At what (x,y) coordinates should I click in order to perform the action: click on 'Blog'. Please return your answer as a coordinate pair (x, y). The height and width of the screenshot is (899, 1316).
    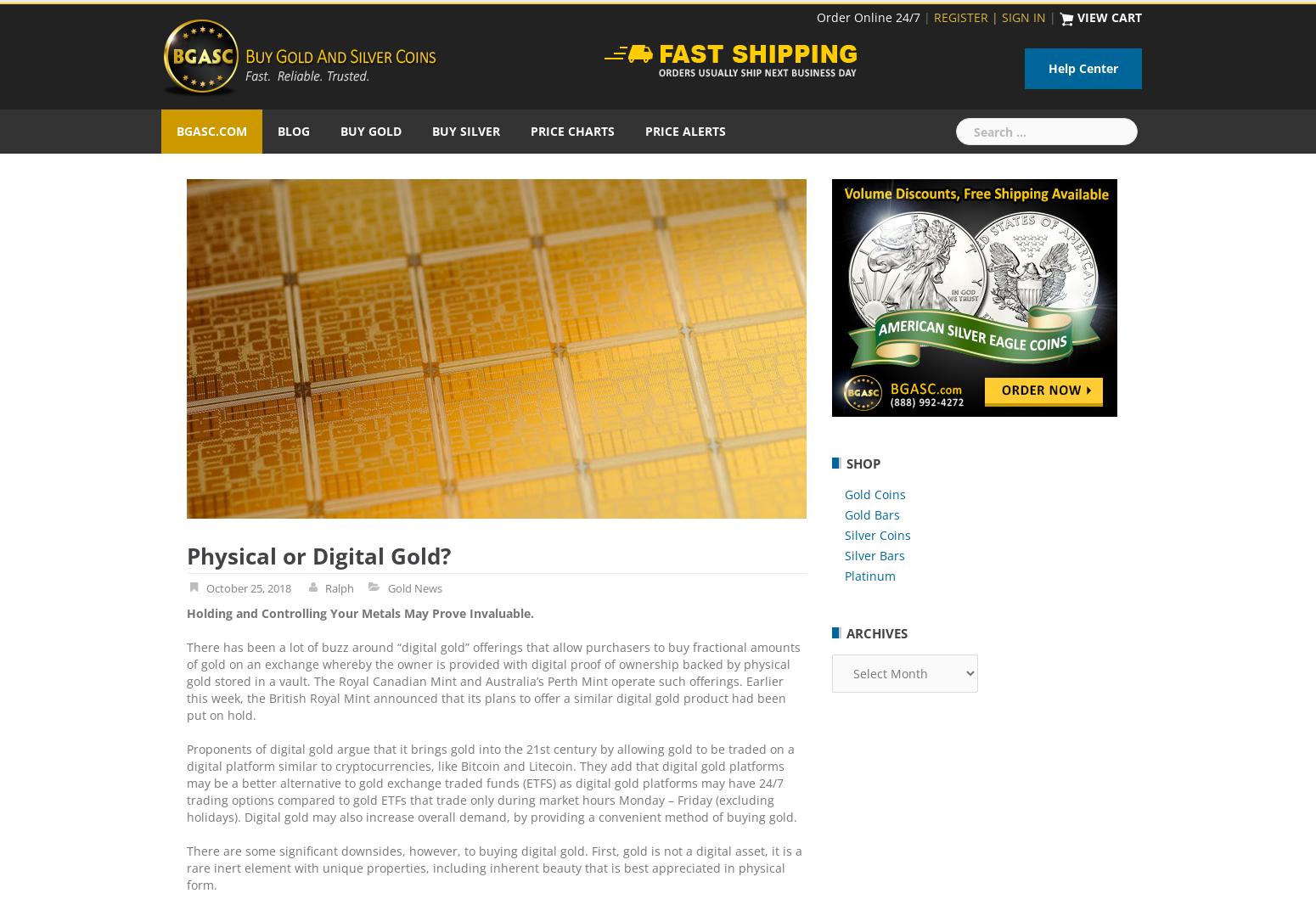
    Looking at the image, I should click on (292, 130).